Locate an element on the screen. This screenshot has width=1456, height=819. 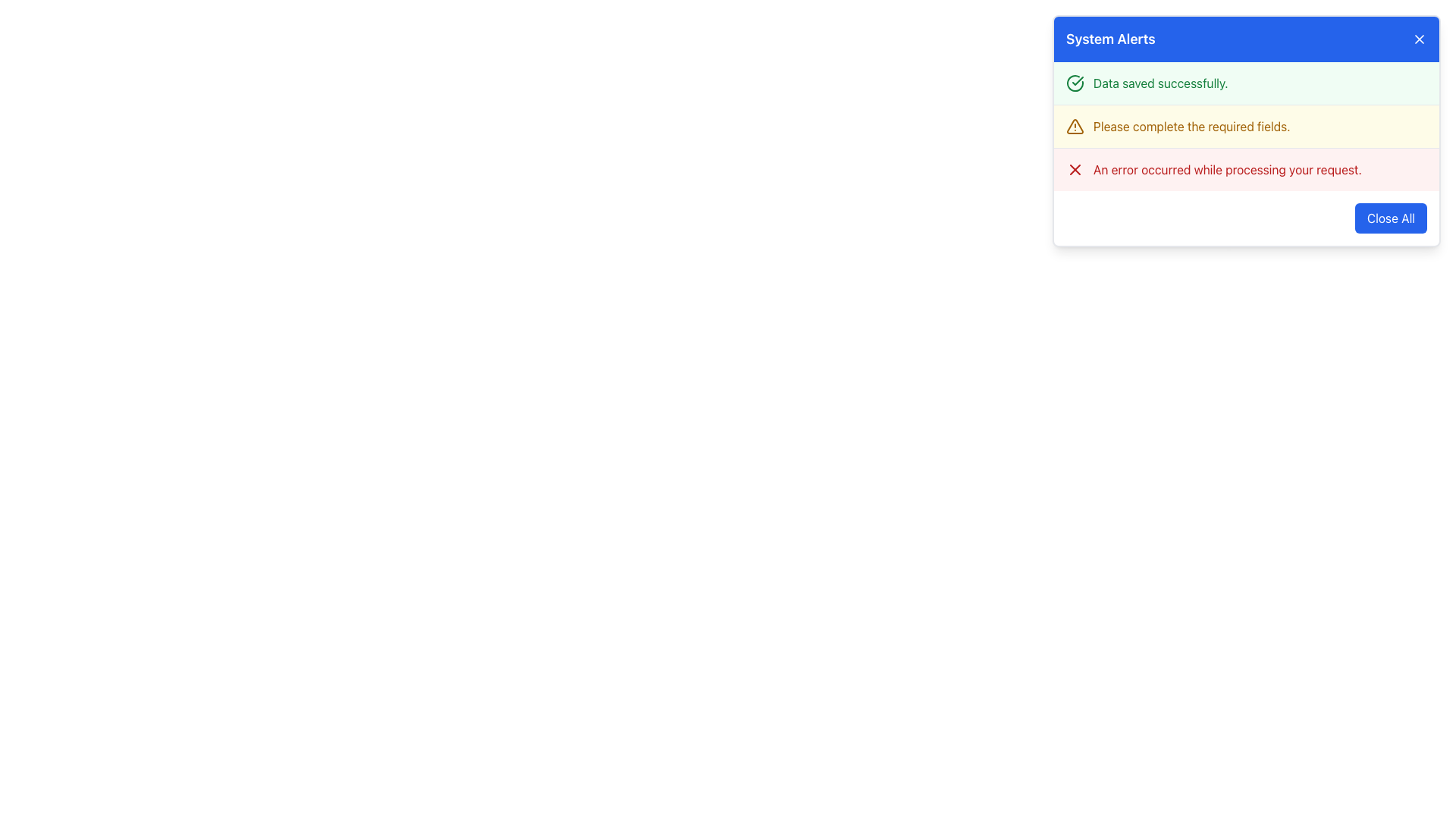
the presence of an error by clicking on the Notification Alert with a light red background and red text that says 'An error occurred while processing your request.' is located at coordinates (1246, 169).